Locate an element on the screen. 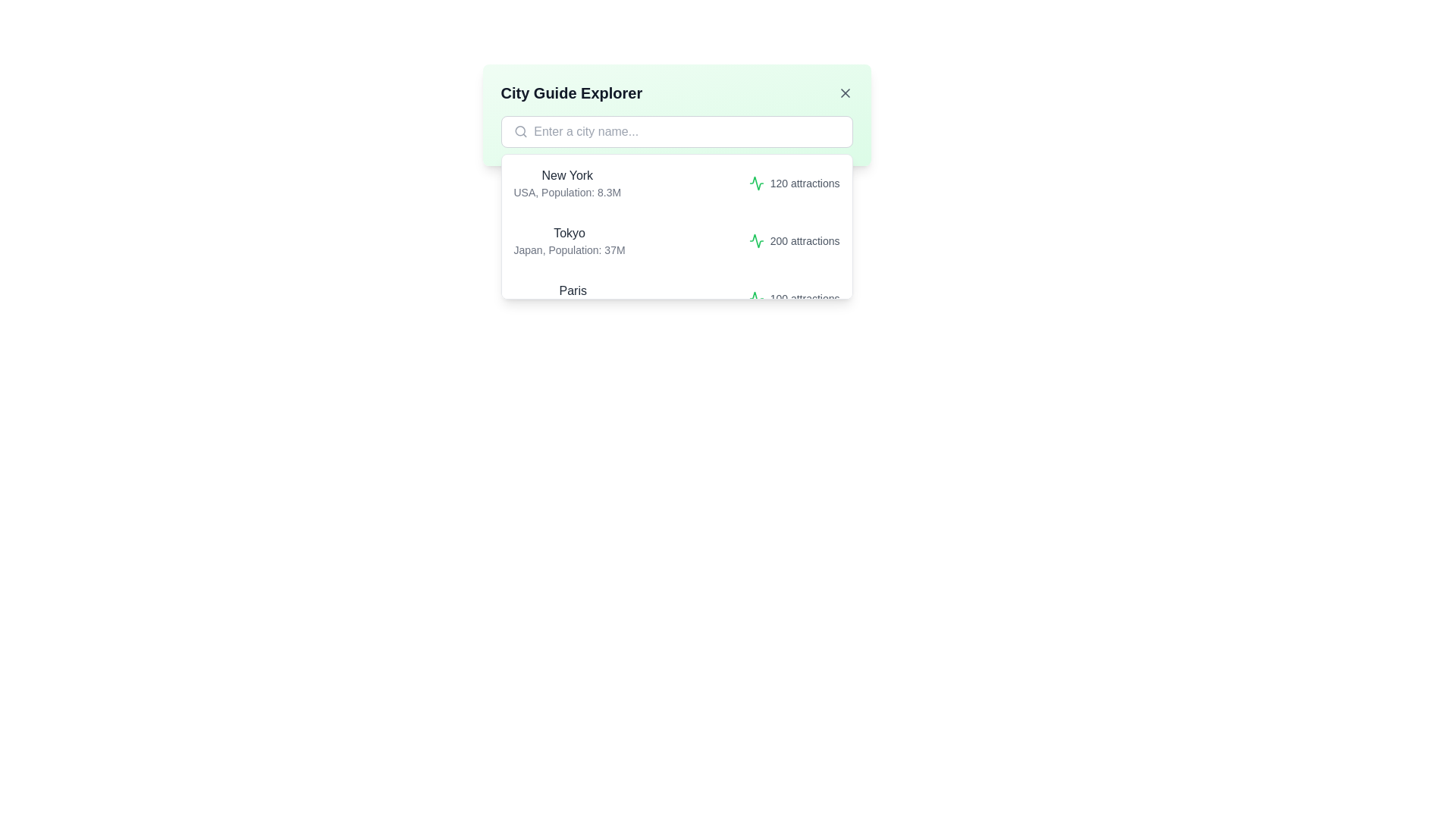  the third list item under the 'City Guide Explorer' dropdown menu is located at coordinates (676, 298).